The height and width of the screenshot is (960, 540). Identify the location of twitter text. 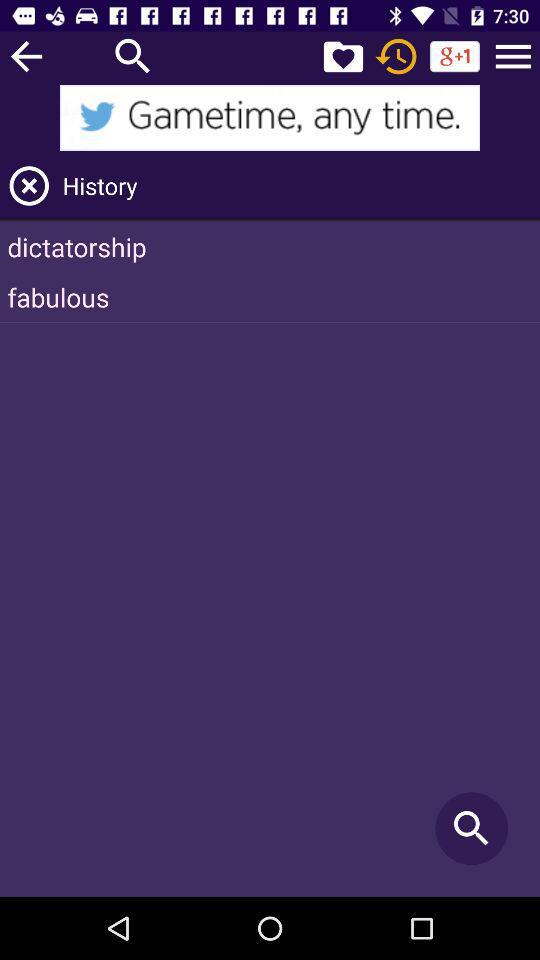
(270, 117).